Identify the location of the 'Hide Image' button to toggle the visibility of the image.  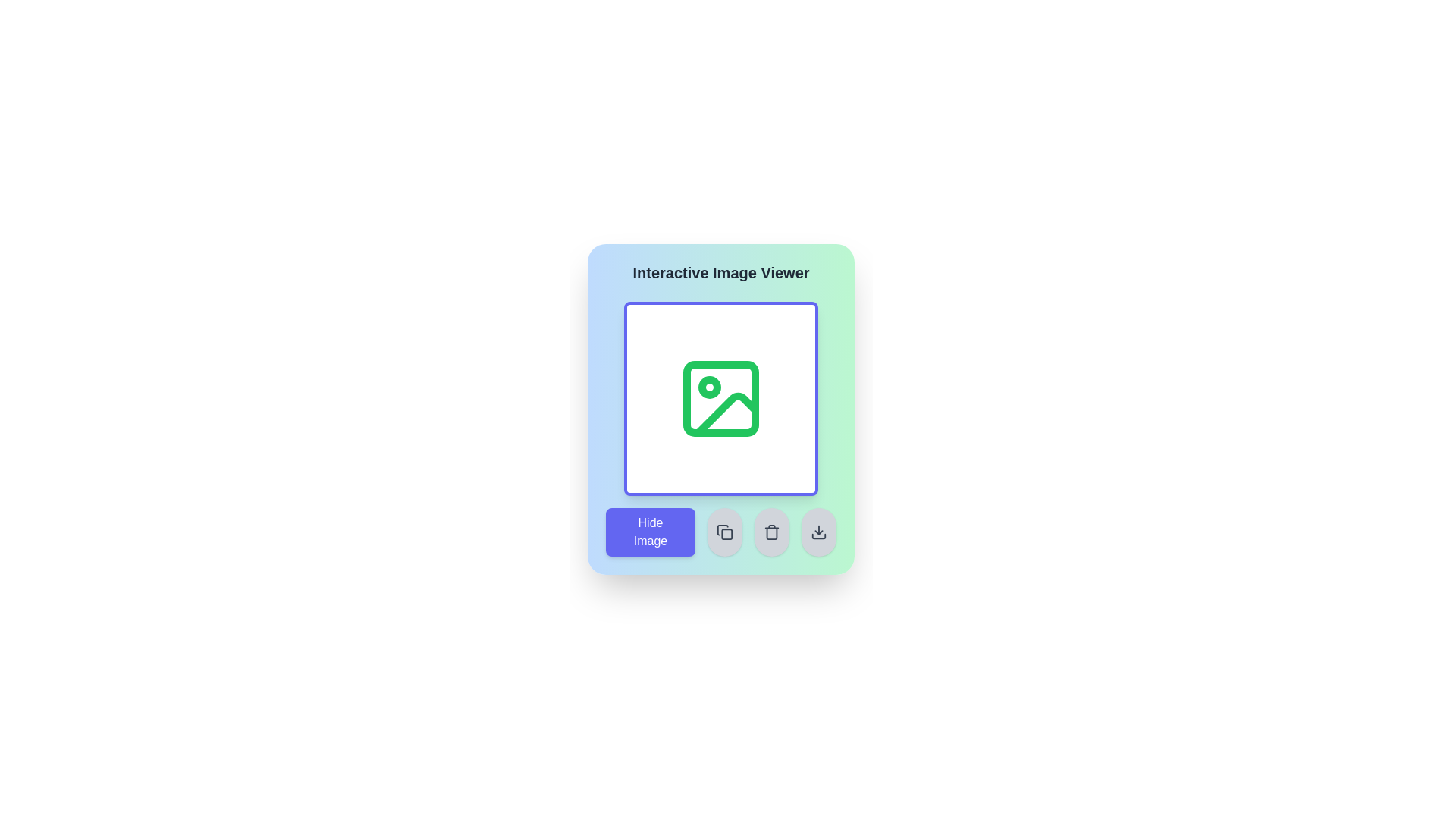
(651, 532).